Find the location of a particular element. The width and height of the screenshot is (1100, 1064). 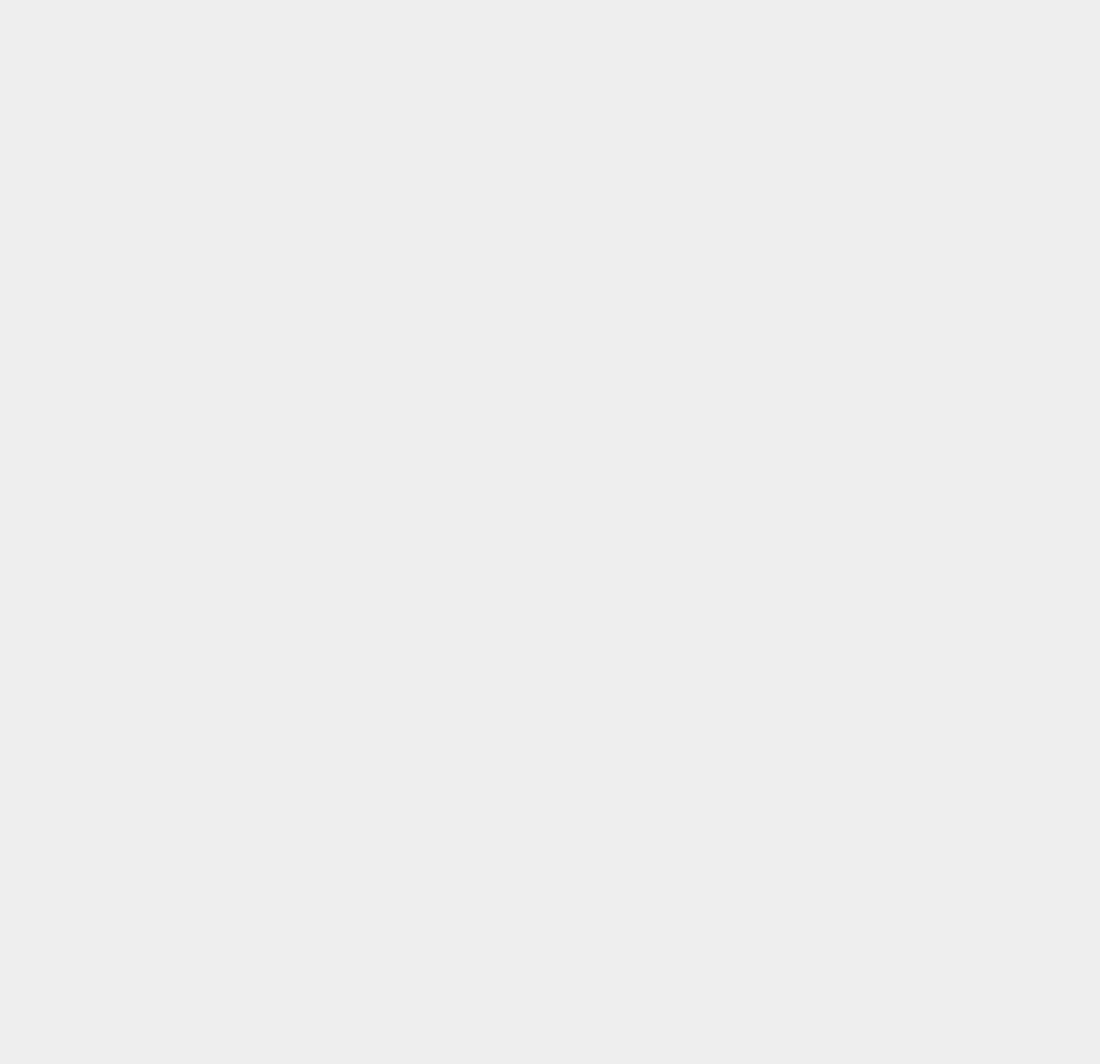

'WiFi Calling' is located at coordinates (813, 581).